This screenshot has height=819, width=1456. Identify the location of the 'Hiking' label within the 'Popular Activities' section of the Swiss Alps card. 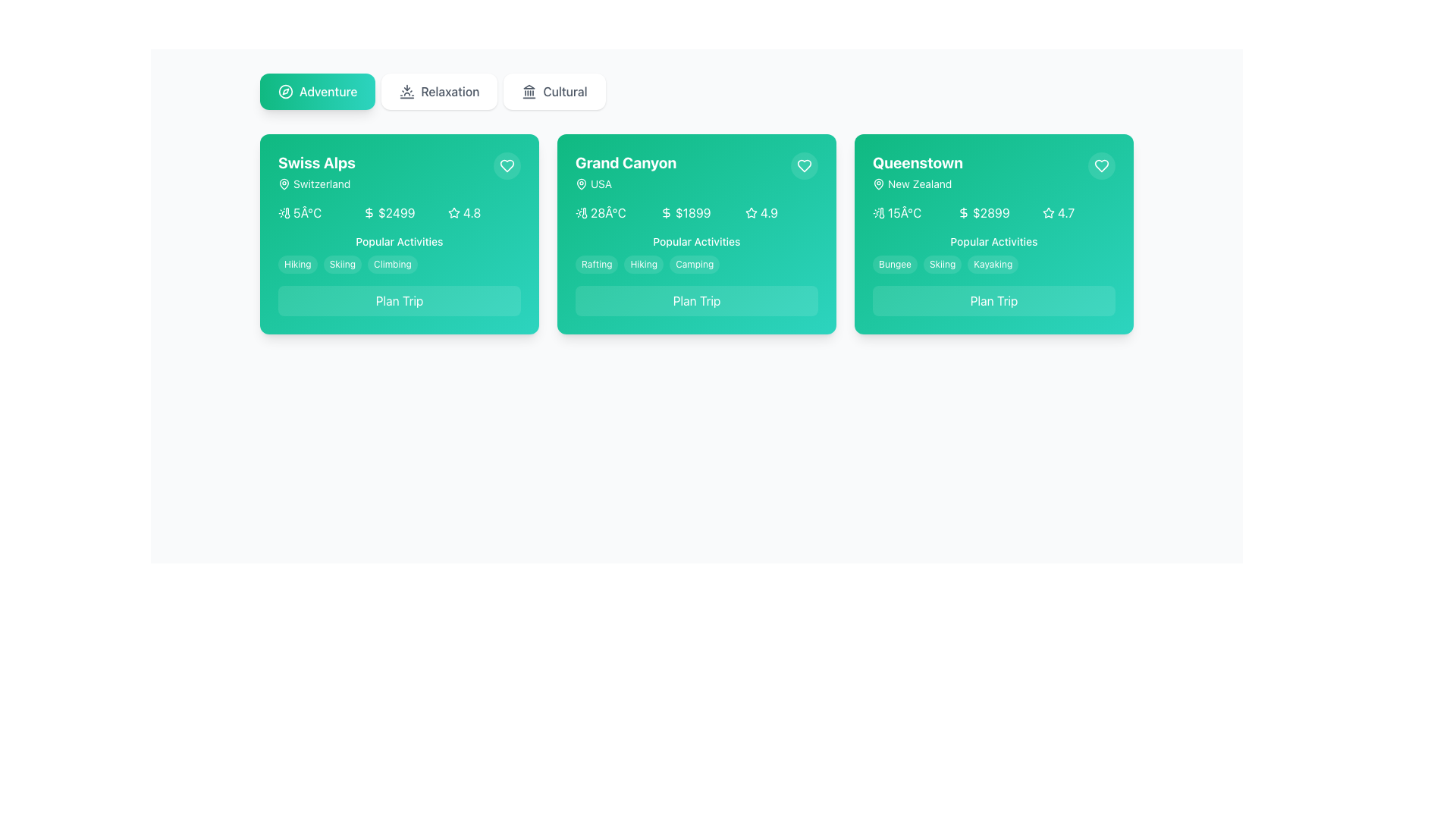
(297, 263).